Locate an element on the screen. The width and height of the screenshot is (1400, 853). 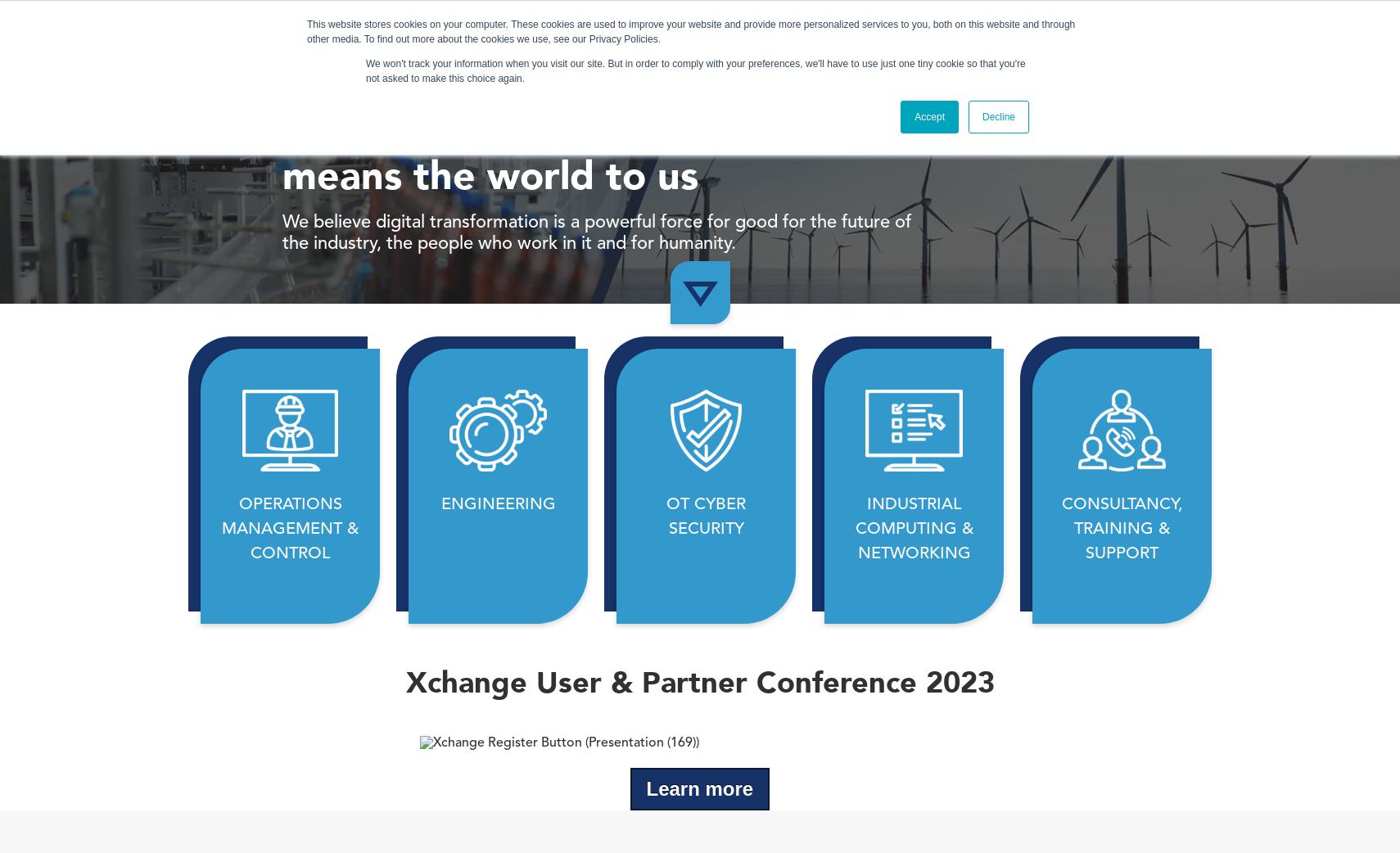
'What We Do' is located at coordinates (675, 28).